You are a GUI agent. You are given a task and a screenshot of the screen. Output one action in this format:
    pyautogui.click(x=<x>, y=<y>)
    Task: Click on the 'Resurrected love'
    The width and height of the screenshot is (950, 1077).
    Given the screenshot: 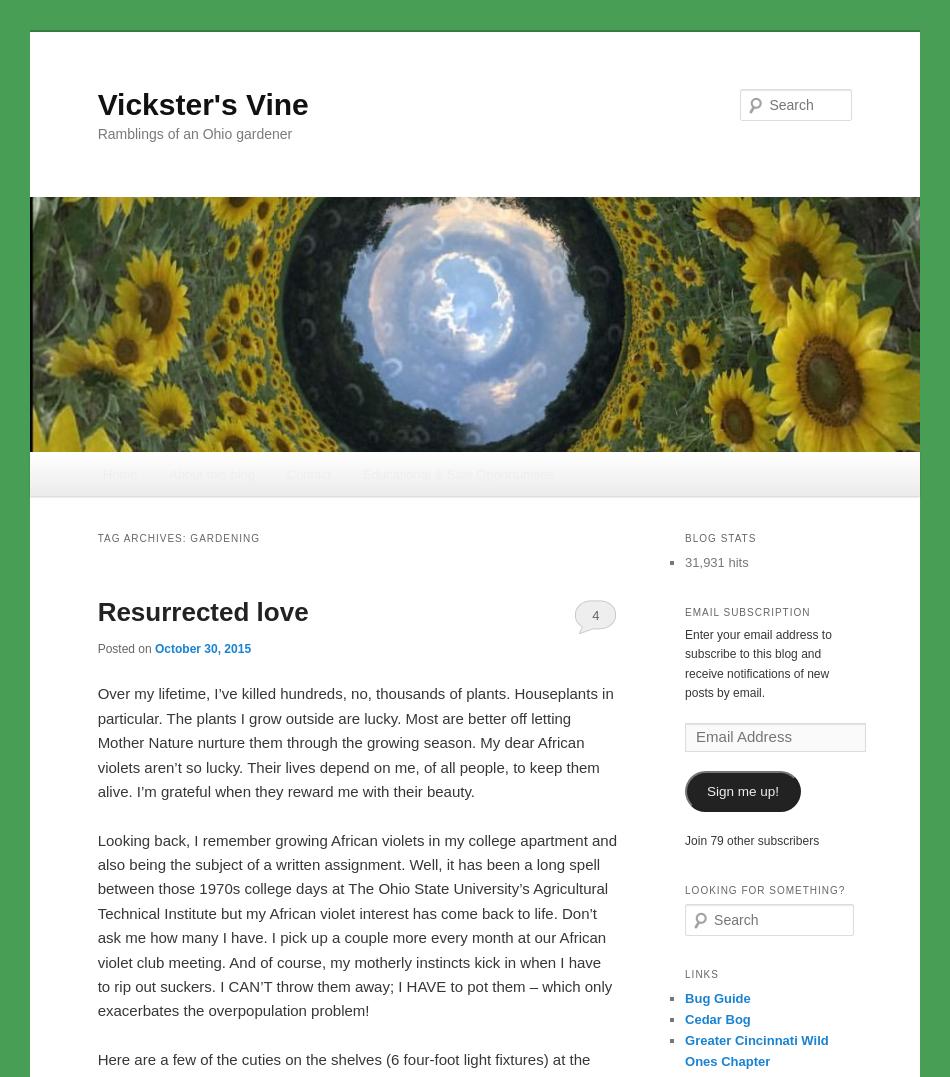 What is the action you would take?
    pyautogui.click(x=96, y=610)
    